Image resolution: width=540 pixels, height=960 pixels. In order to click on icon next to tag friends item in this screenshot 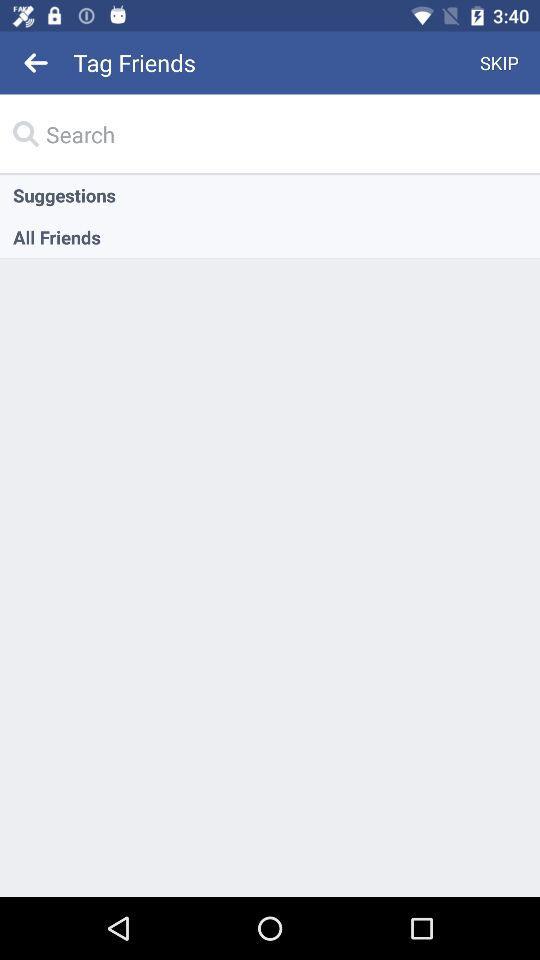, I will do `click(498, 62)`.